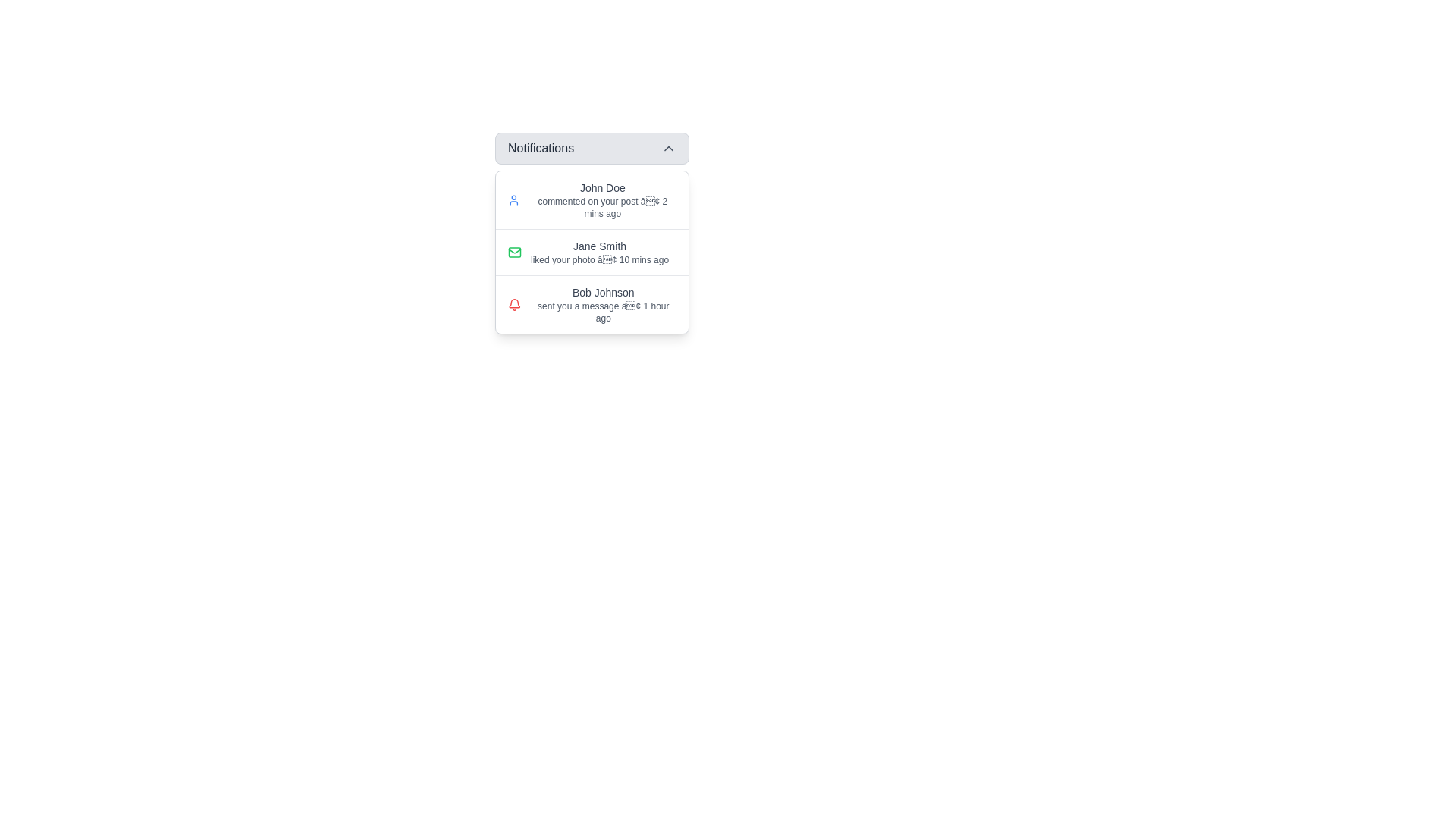 The height and width of the screenshot is (819, 1456). Describe the element at coordinates (513, 199) in the screenshot. I see `the blue user profile icon that represents a humanoid figure, located to the left of the notification text 'John Doe commented on your post • 2 mins ago.'` at that location.